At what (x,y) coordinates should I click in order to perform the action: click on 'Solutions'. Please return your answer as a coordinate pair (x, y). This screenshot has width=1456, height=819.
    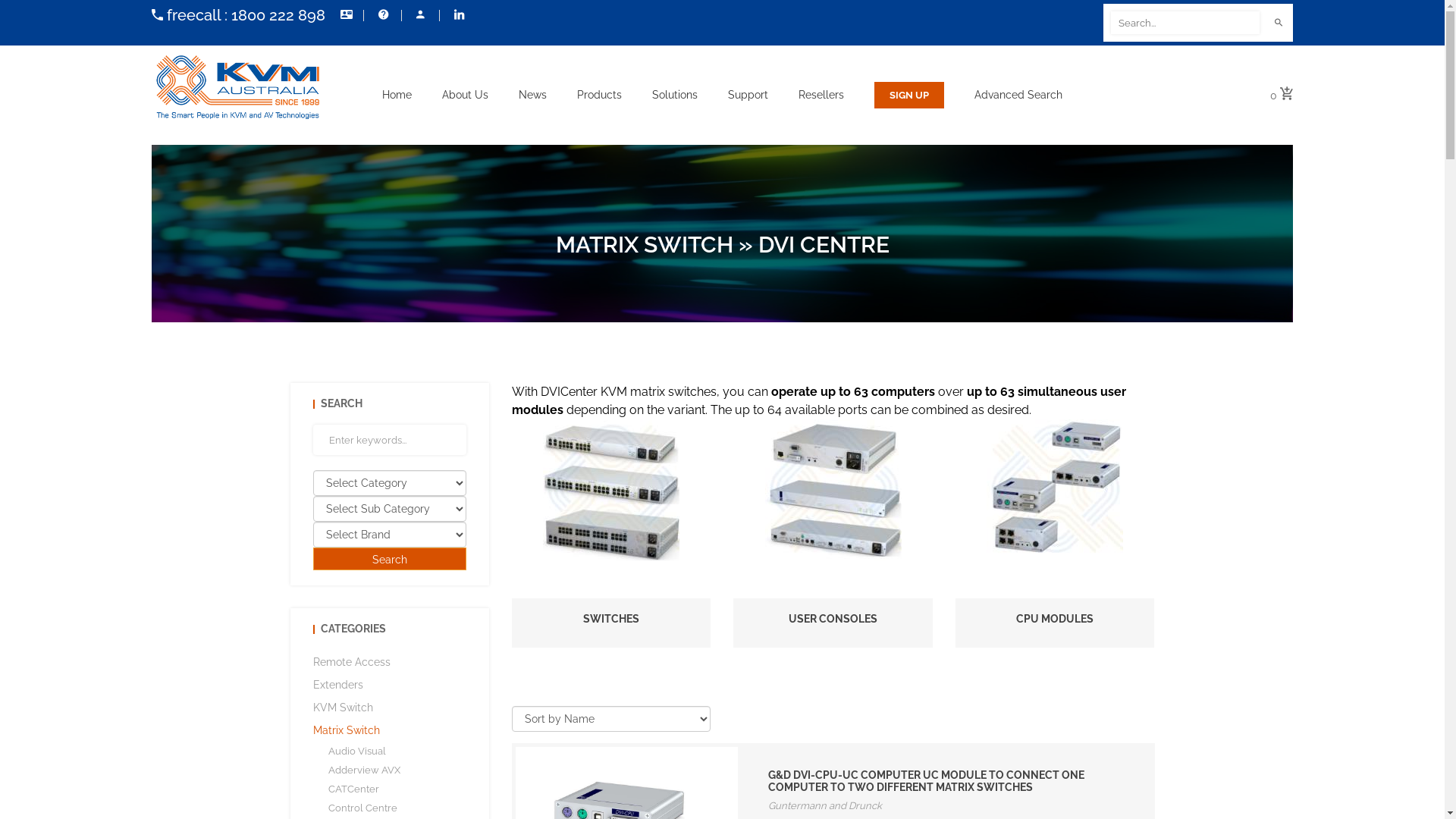
    Looking at the image, I should click on (673, 93).